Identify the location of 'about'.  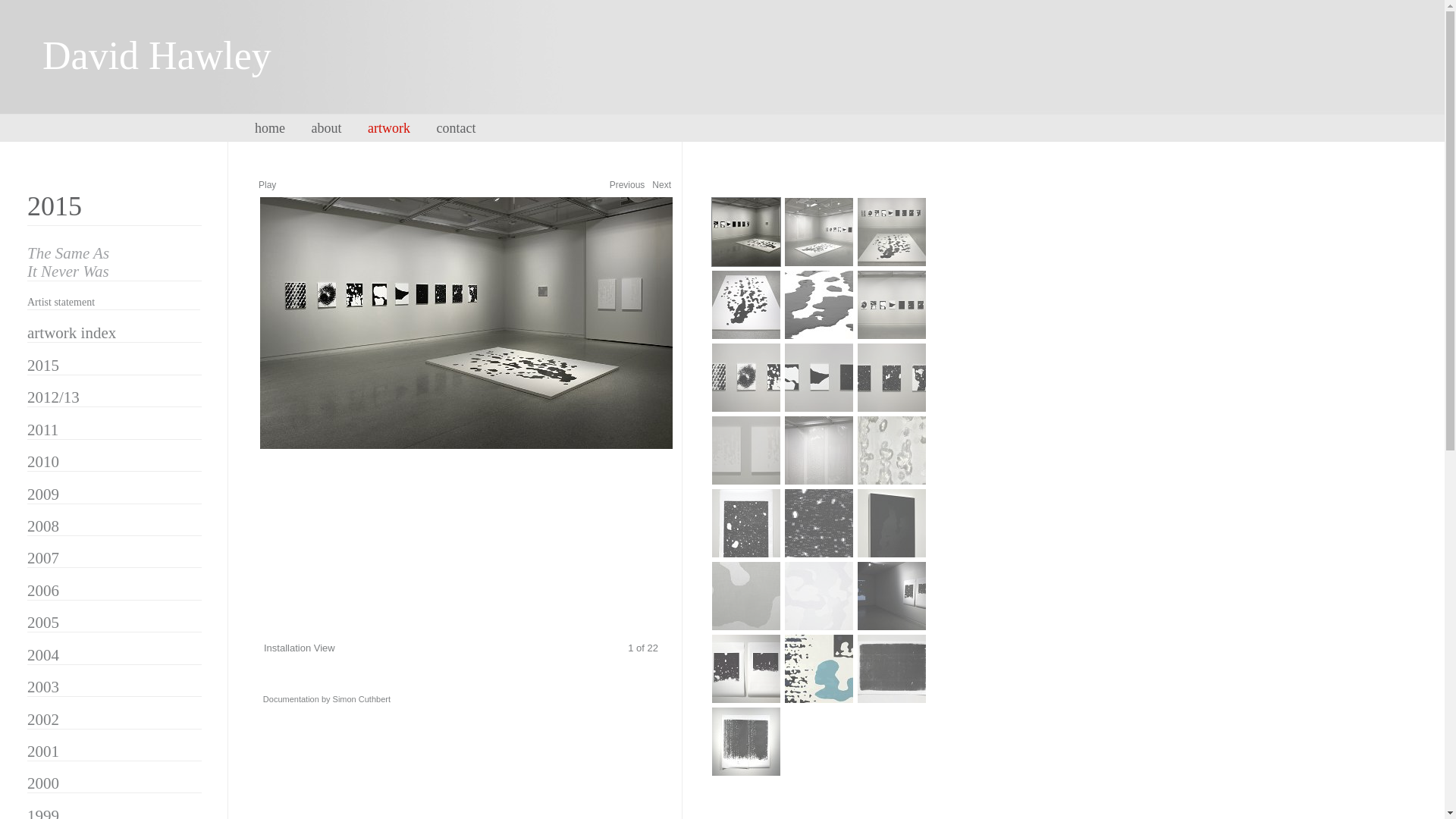
(309, 127).